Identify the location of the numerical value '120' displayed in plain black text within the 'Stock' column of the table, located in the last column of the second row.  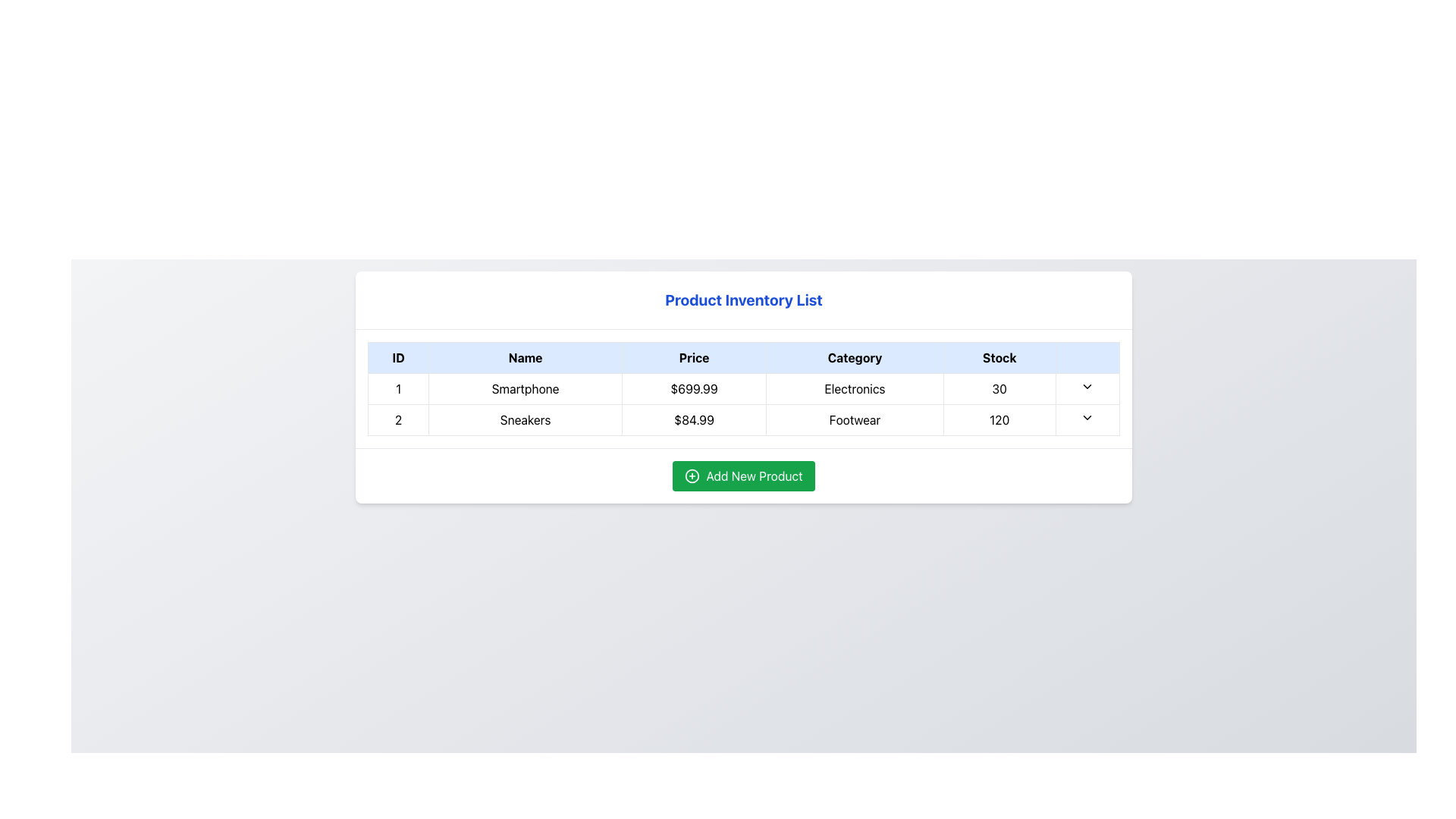
(999, 420).